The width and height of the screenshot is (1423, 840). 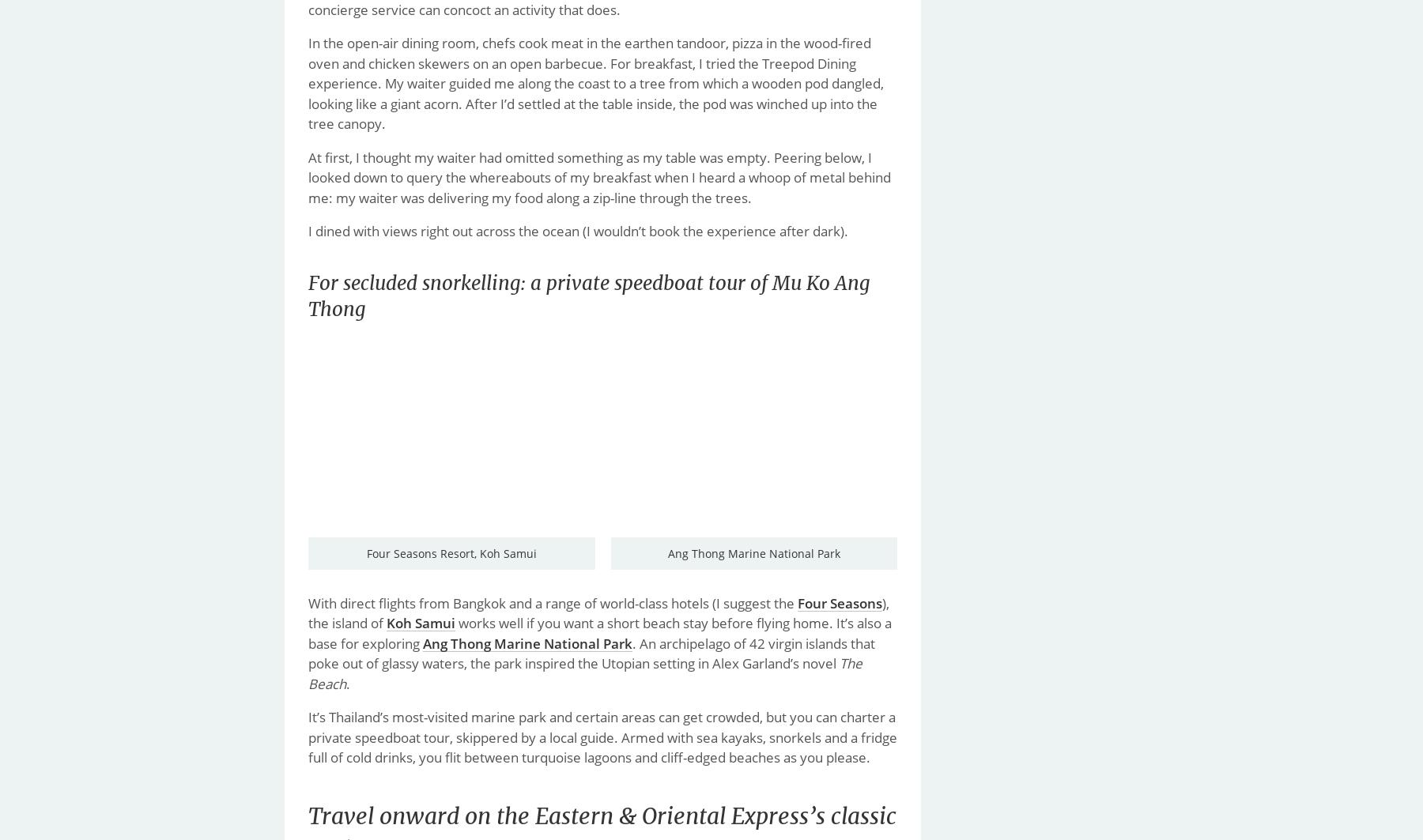 I want to click on 'It’s Thailand’s most-visited marine park and certain areas can get crowded, but you can charter a private speedboat tour, skippered by a local guide. Armed with sea kayaks, snorkels and a fridge full of cold drinks, you flit between turquoise lagoons and cliff-edged beaches as you please.', so click(x=602, y=736).